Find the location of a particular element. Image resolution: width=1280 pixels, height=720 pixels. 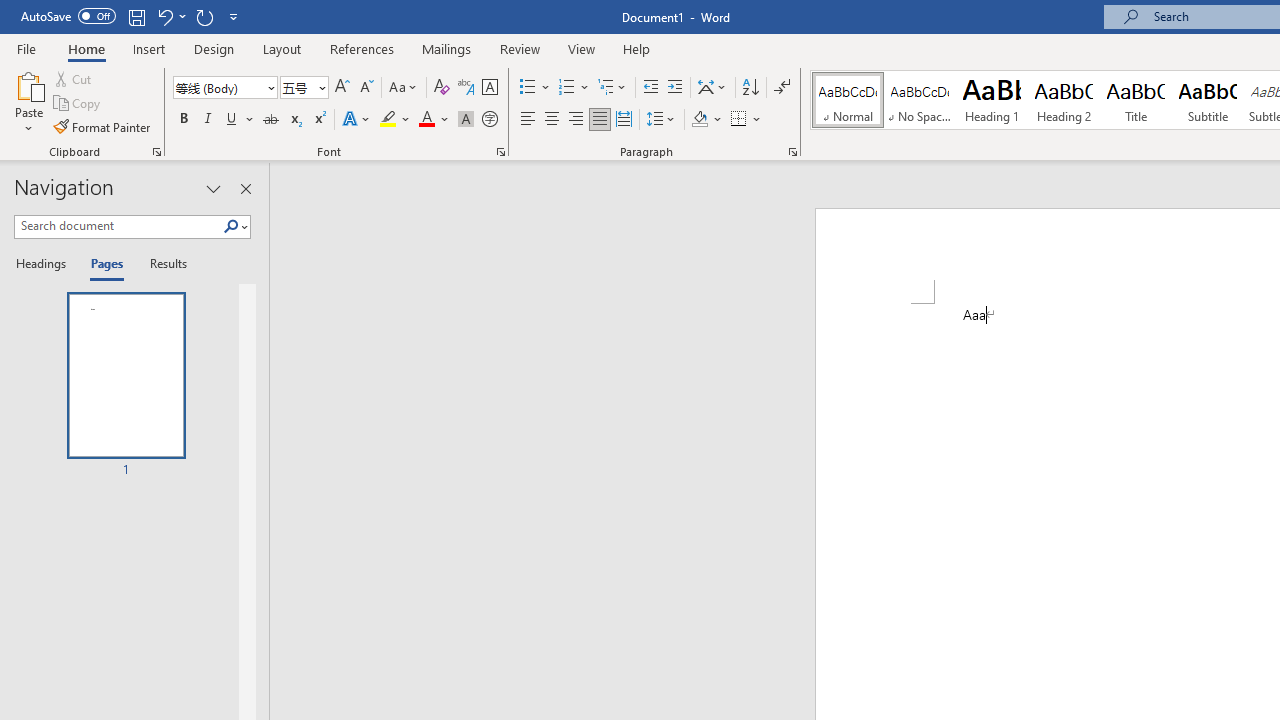

'Customize Quick Access Toolbar' is located at coordinates (234, 16).